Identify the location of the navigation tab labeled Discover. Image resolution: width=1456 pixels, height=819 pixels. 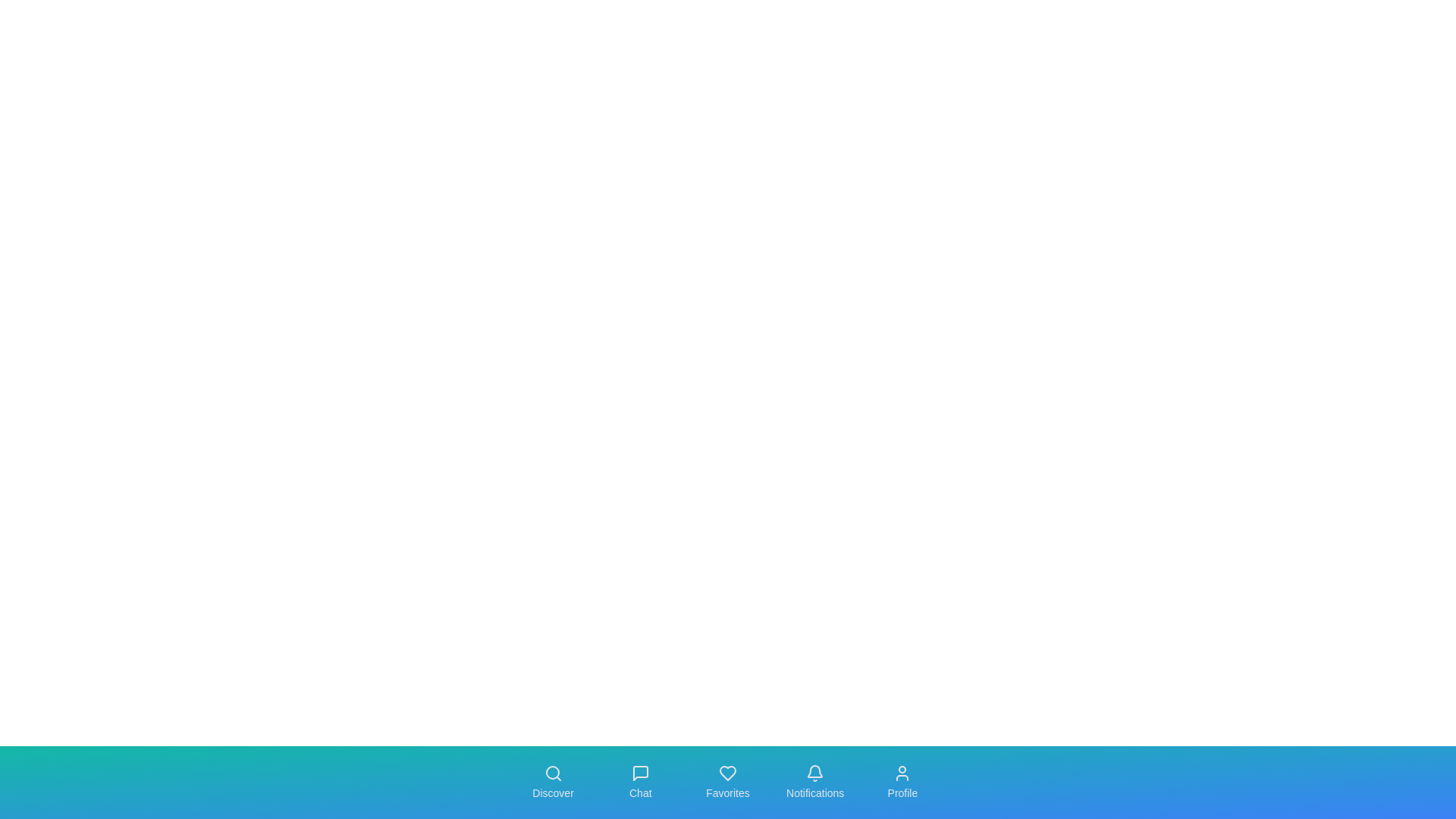
(552, 783).